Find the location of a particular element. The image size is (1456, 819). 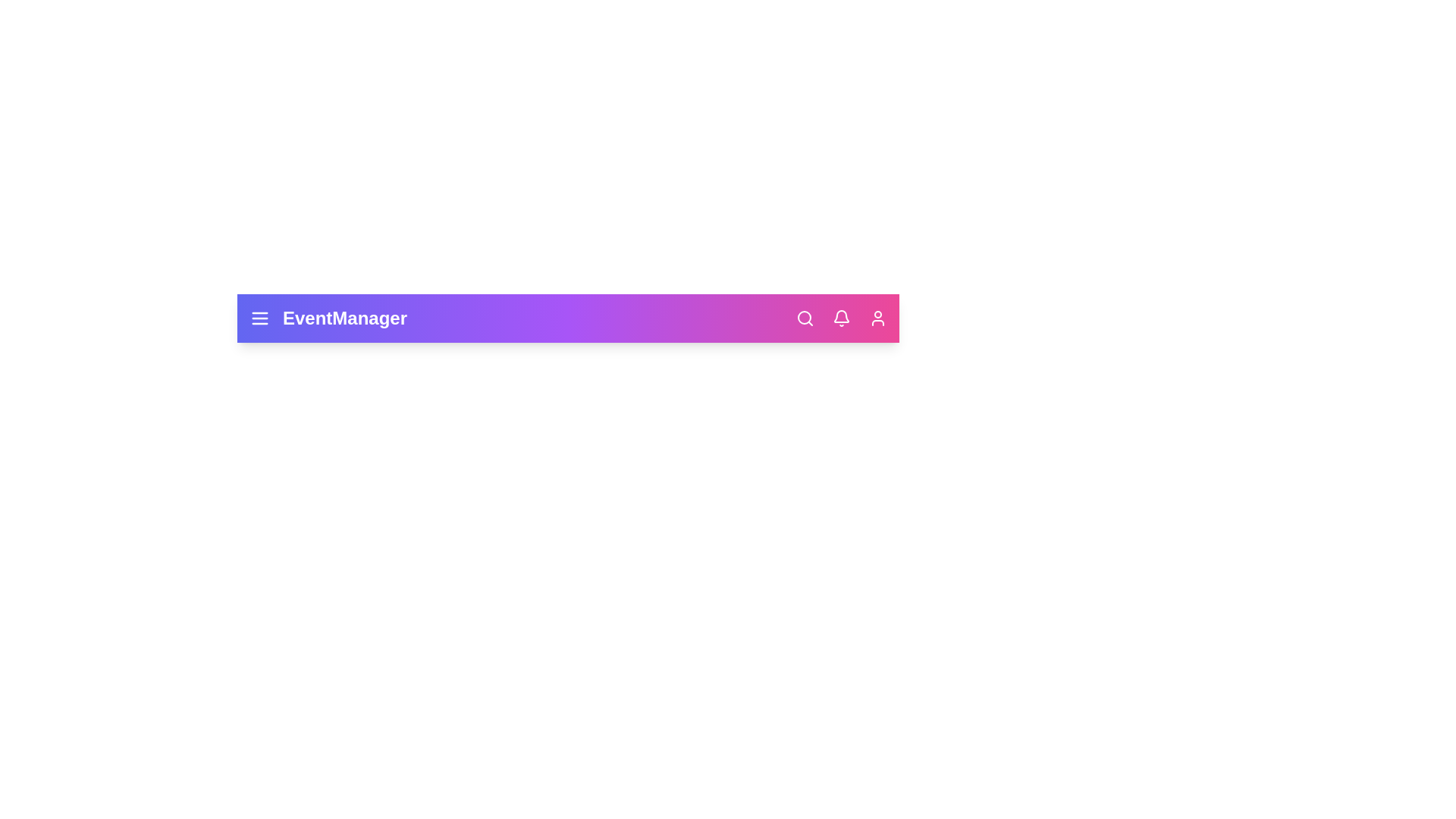

the notification bell icon is located at coordinates (840, 318).